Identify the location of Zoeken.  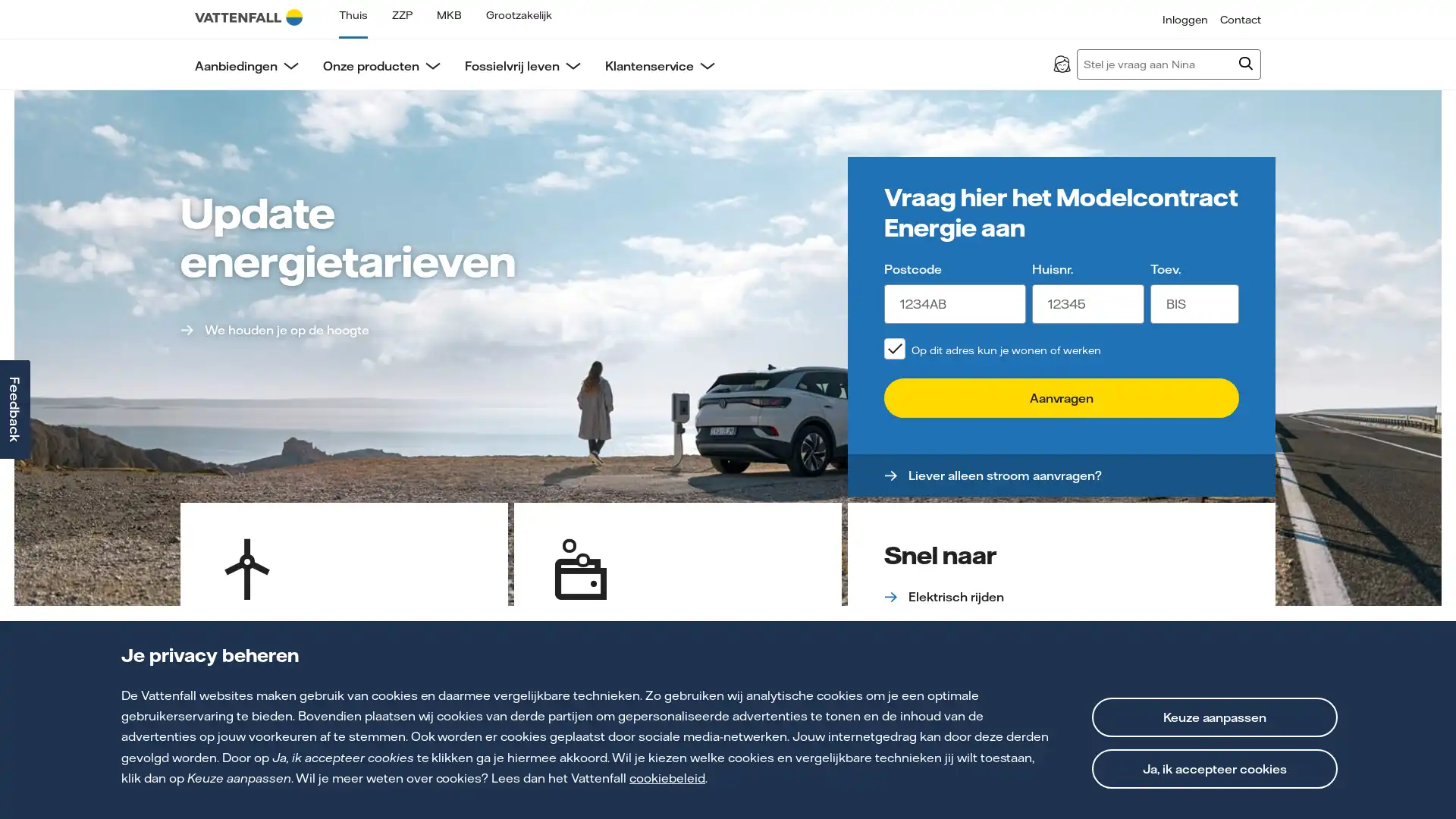
(1245, 63).